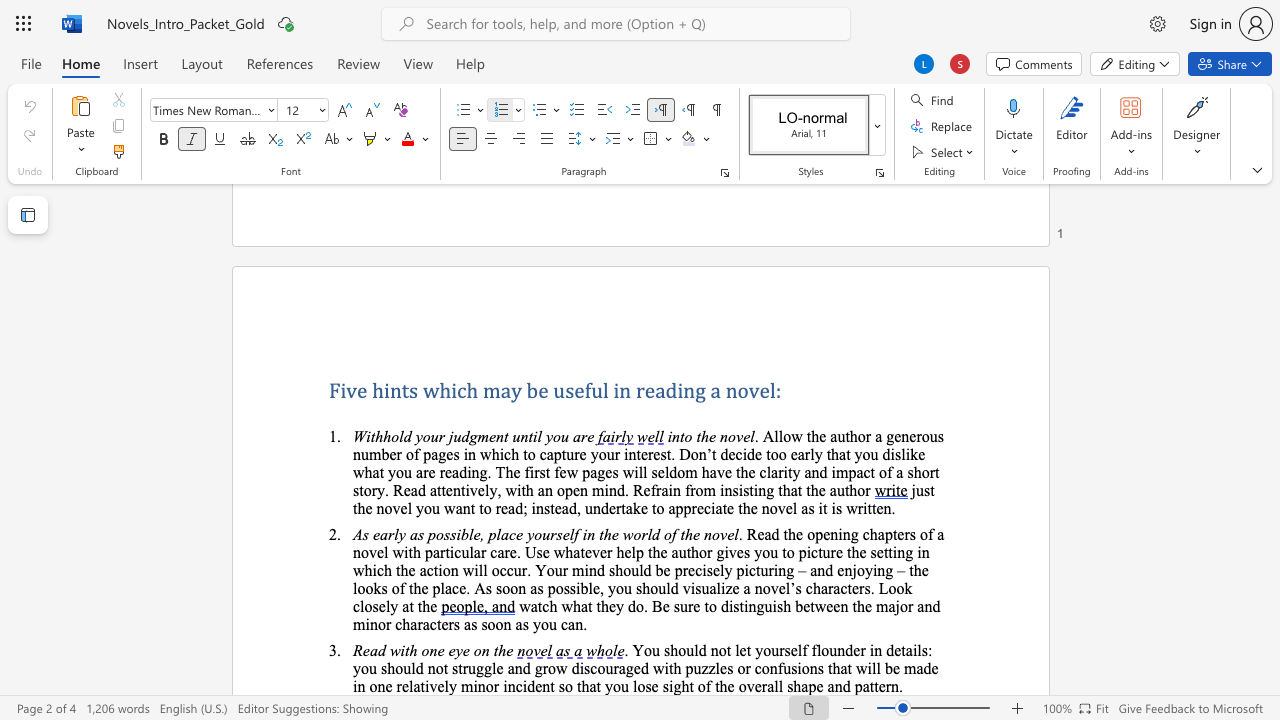  I want to click on the 2th character "h" in the text, so click(391, 668).